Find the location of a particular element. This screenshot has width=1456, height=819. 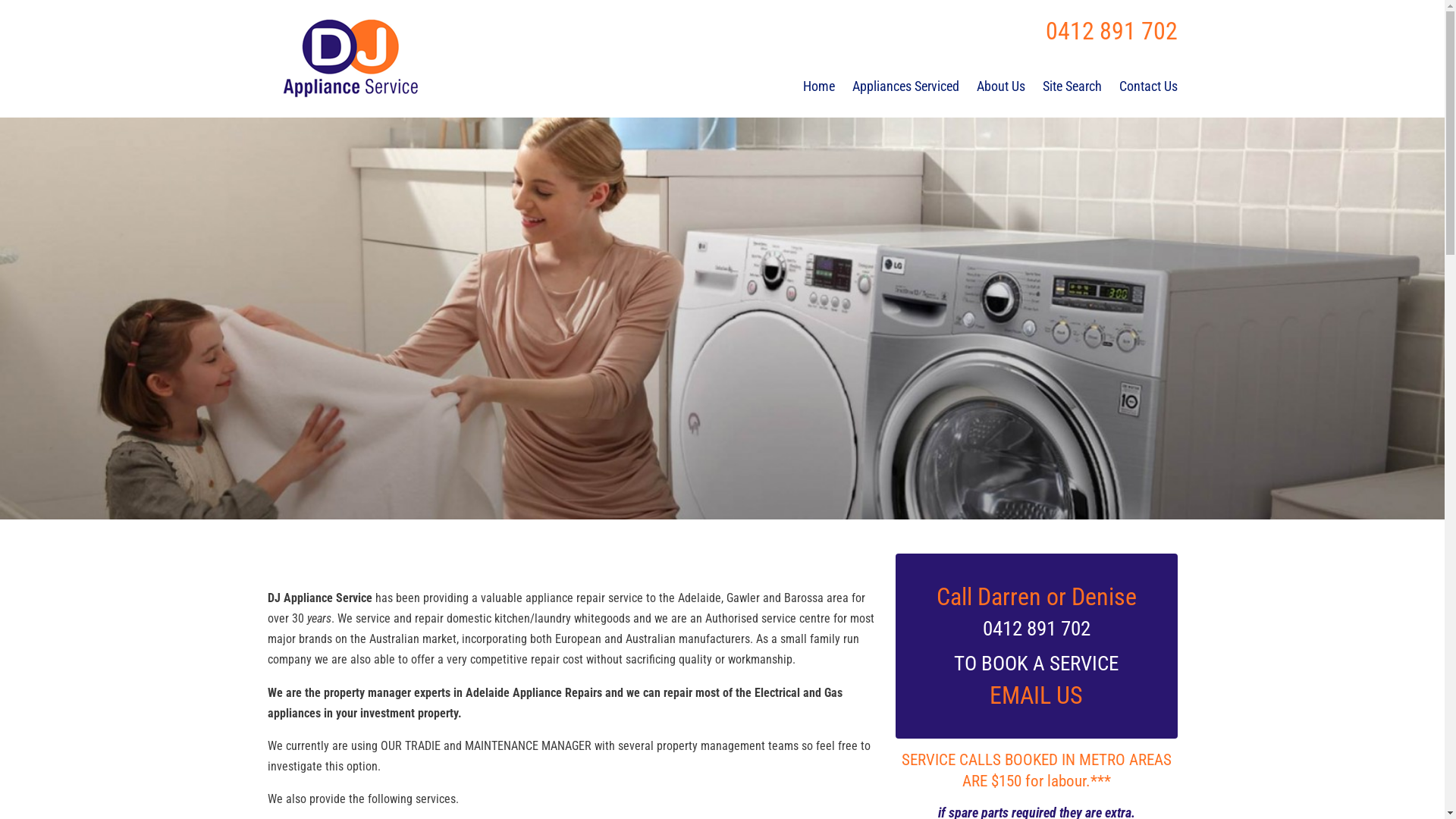

'0412 891 702' is located at coordinates (1110, 31).